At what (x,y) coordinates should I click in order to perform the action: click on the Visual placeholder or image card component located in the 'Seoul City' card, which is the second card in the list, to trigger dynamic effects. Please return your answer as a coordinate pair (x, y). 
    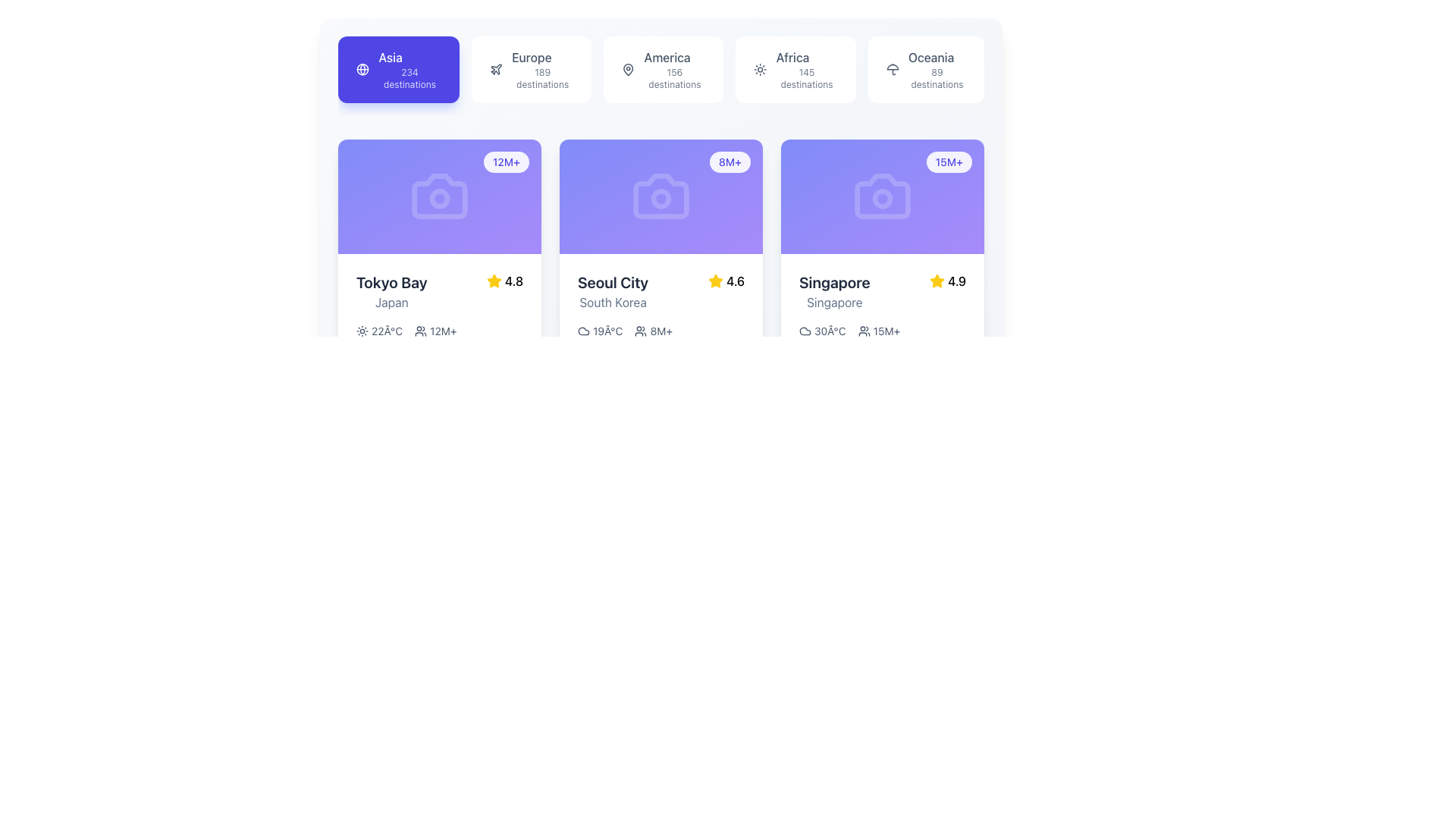
    Looking at the image, I should click on (661, 195).